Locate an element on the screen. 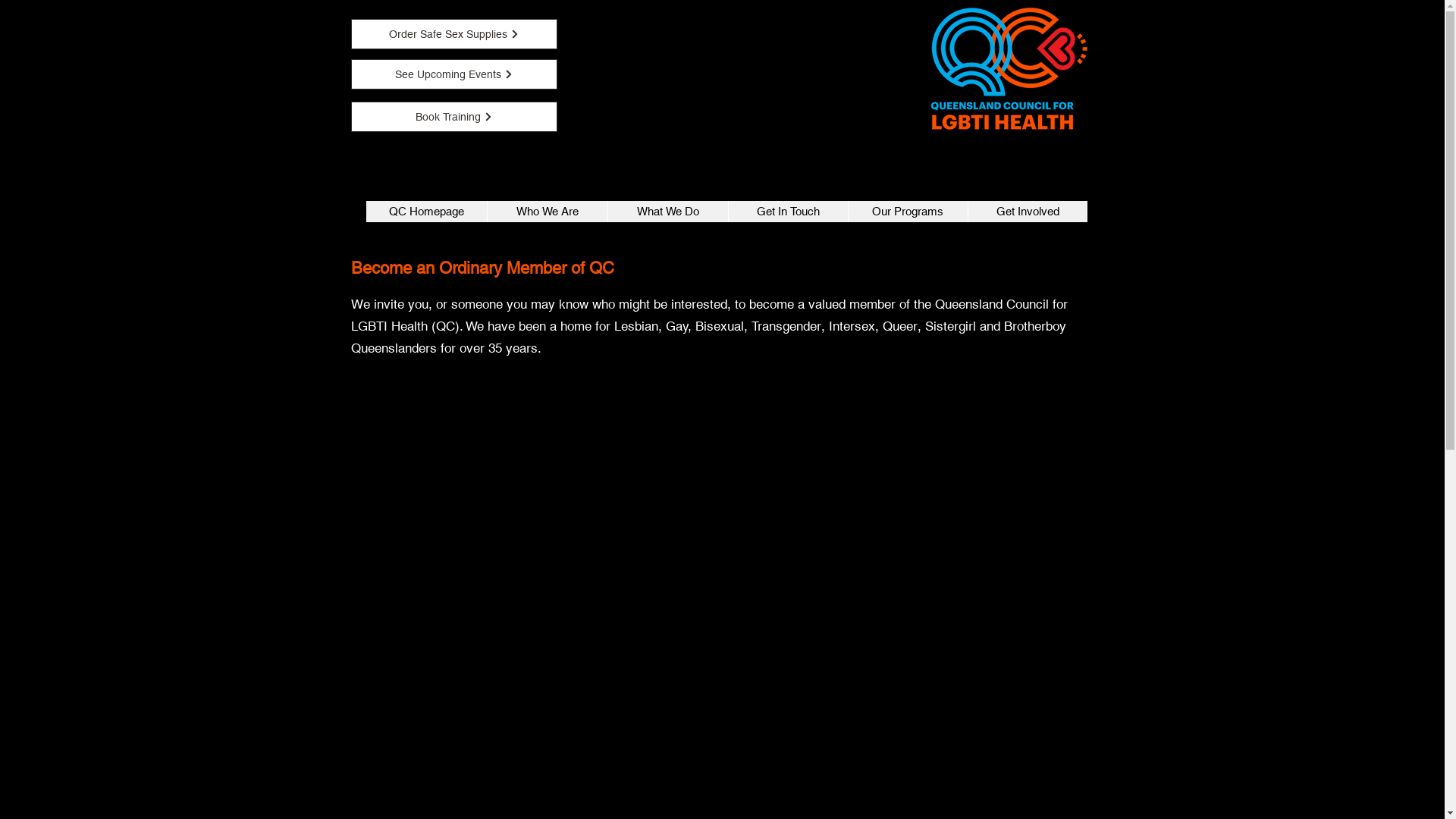  'Order Safe Sex Supplies' is located at coordinates (453, 34).